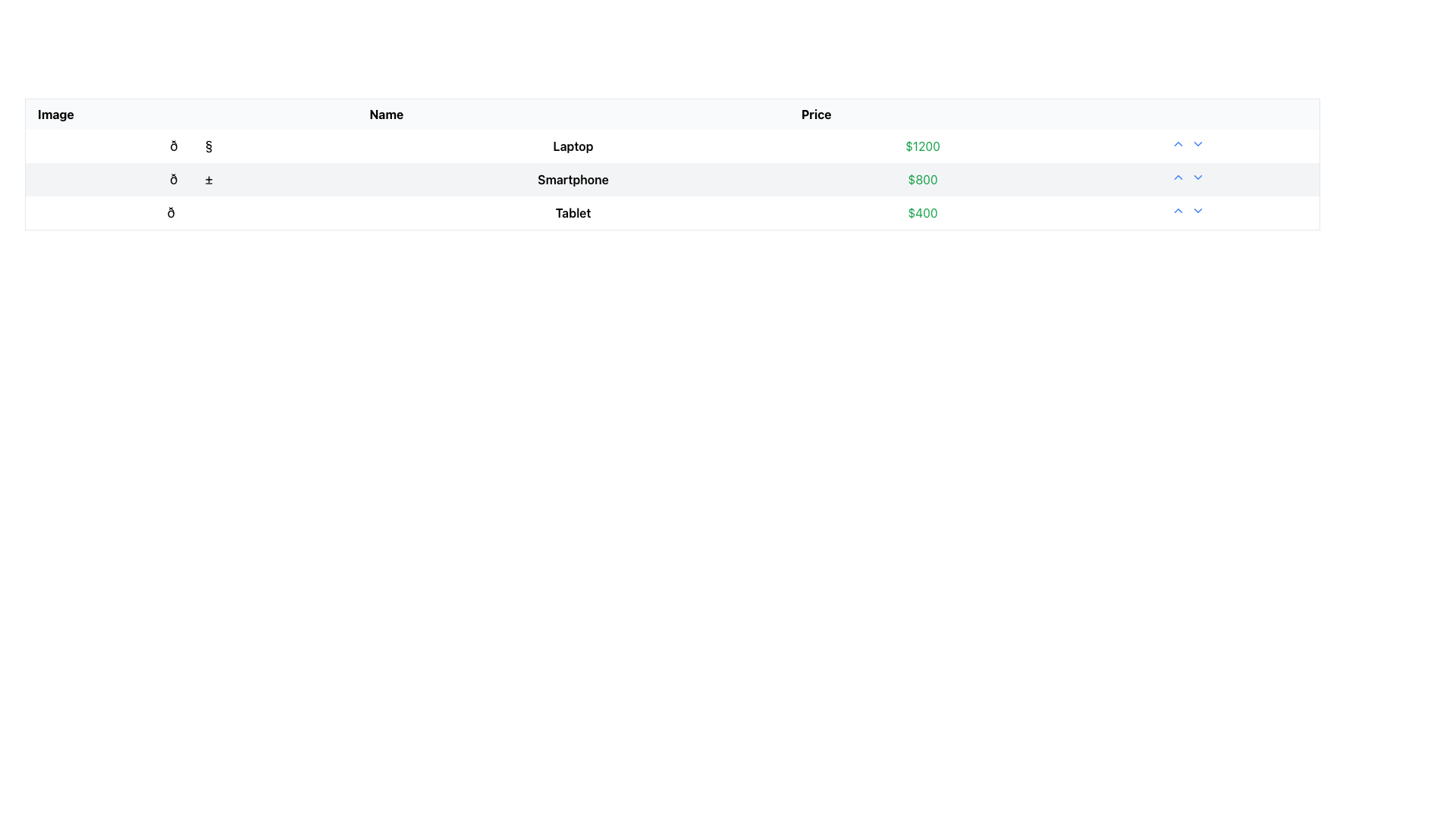 This screenshot has height=819, width=1456. Describe the element at coordinates (1197, 143) in the screenshot. I see `the downward chevron icon in the first row of the table` at that location.